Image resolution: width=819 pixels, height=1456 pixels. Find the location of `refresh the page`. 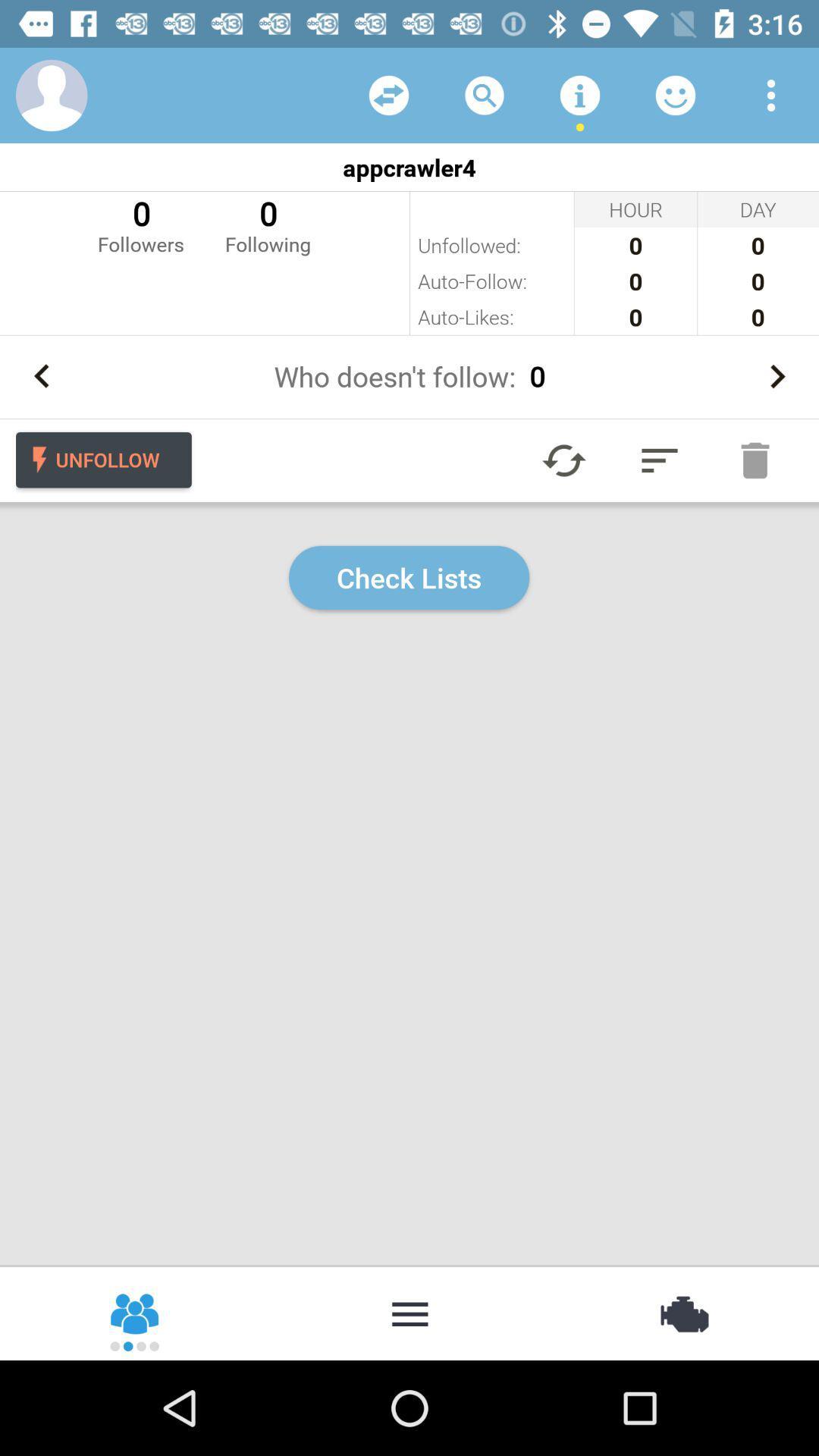

refresh the page is located at coordinates (564, 460).